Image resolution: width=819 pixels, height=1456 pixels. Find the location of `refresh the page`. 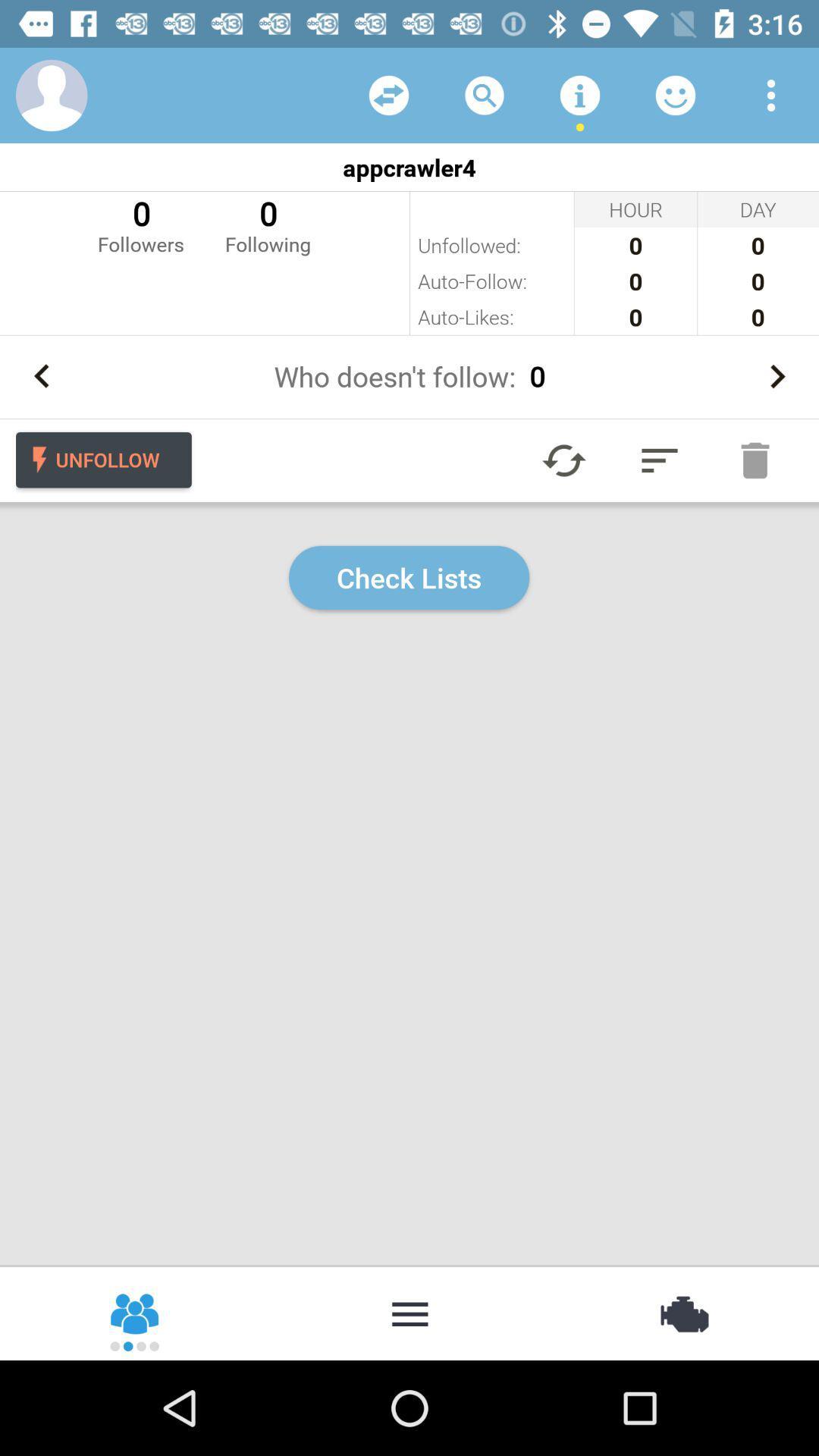

refresh the page is located at coordinates (564, 460).